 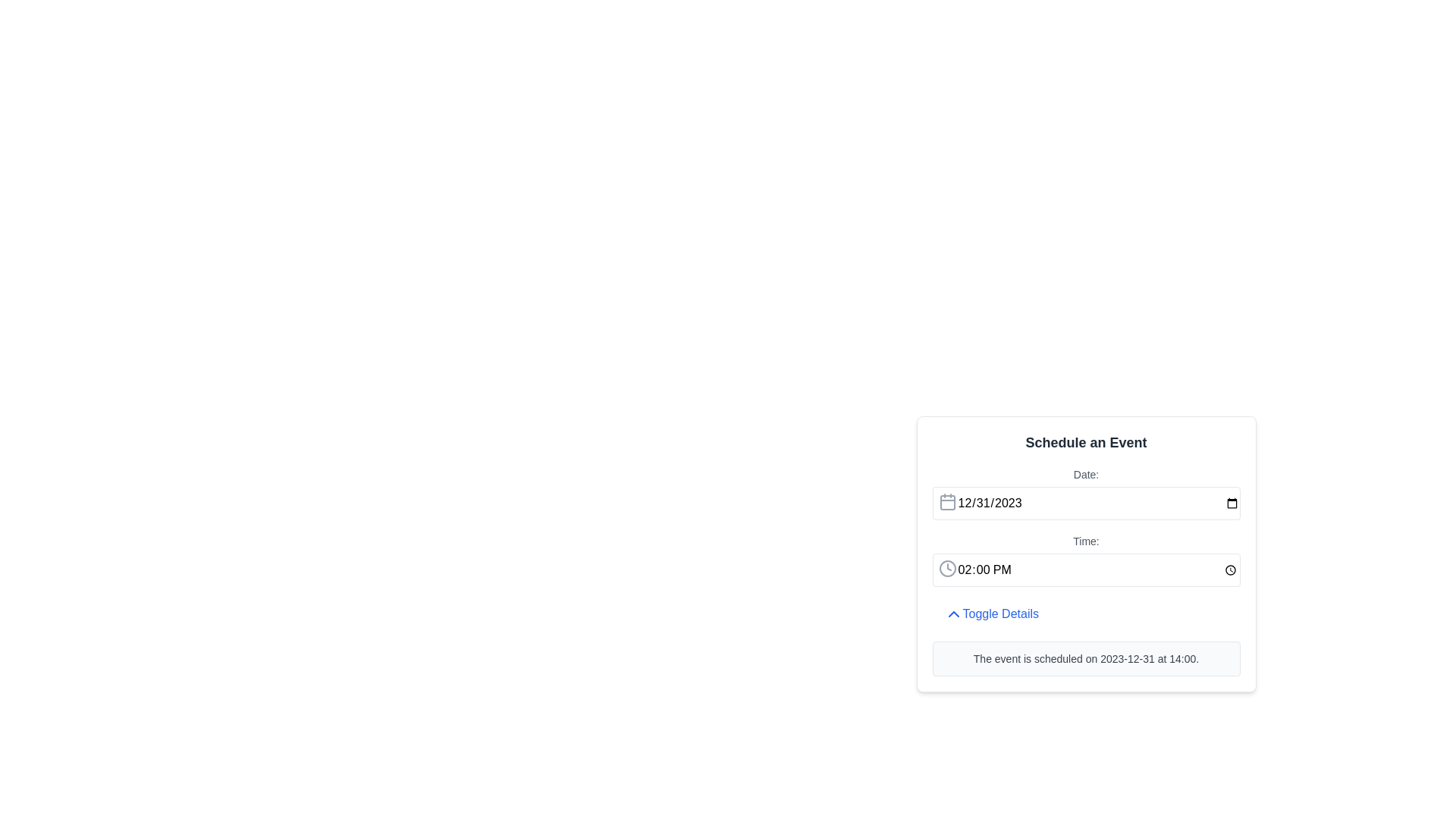 What do you see at coordinates (1085, 657) in the screenshot?
I see `the text block that reads 'The event is scheduled on 2023-12-31 at 14:00.', which has a light gray background and rounded borders` at bounding box center [1085, 657].